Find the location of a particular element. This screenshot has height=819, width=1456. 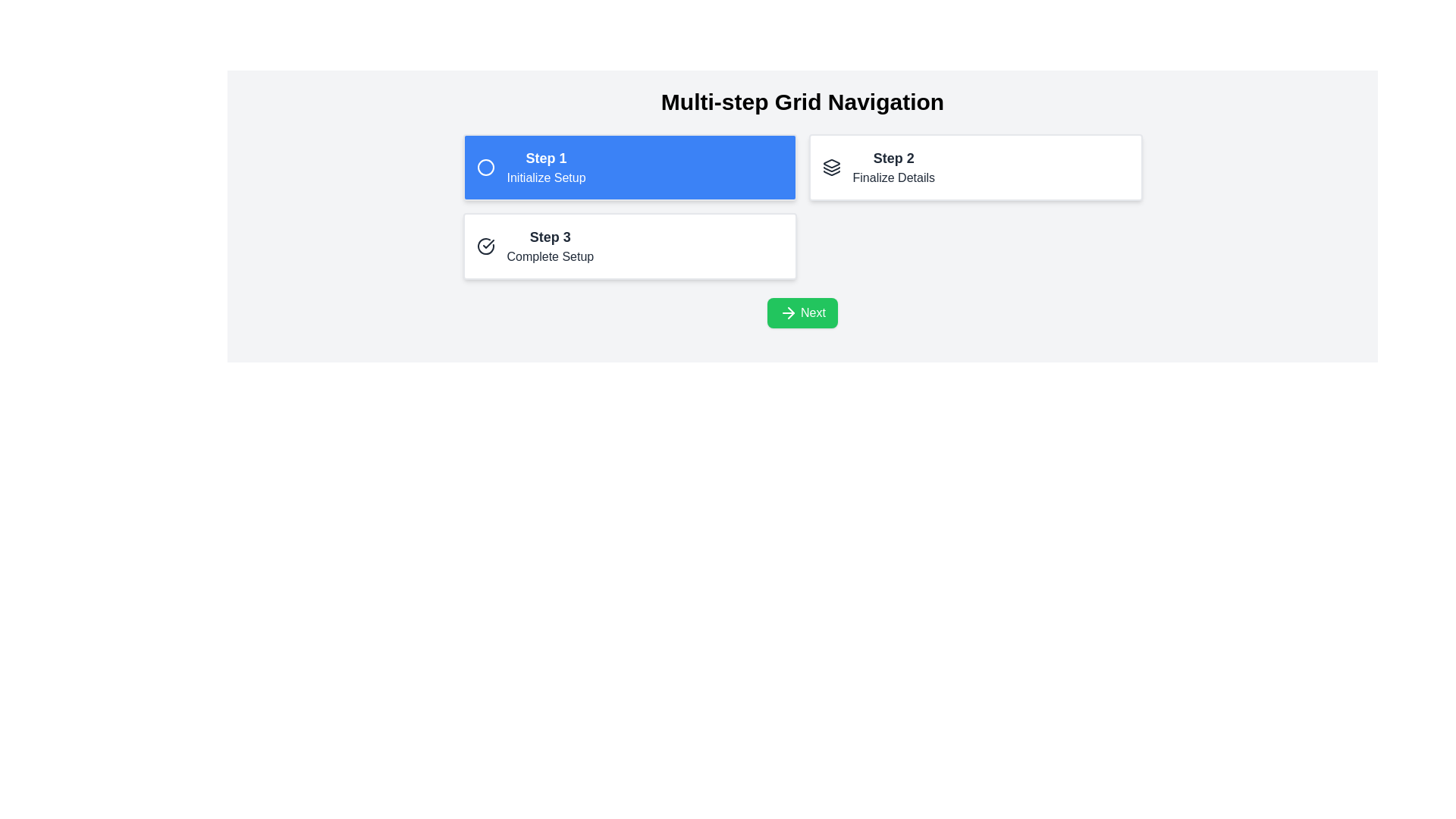

the 'Finalize Details' informational navigation card, which is the second step in a multi-step navigation process, to trigger additional effects is located at coordinates (975, 167).